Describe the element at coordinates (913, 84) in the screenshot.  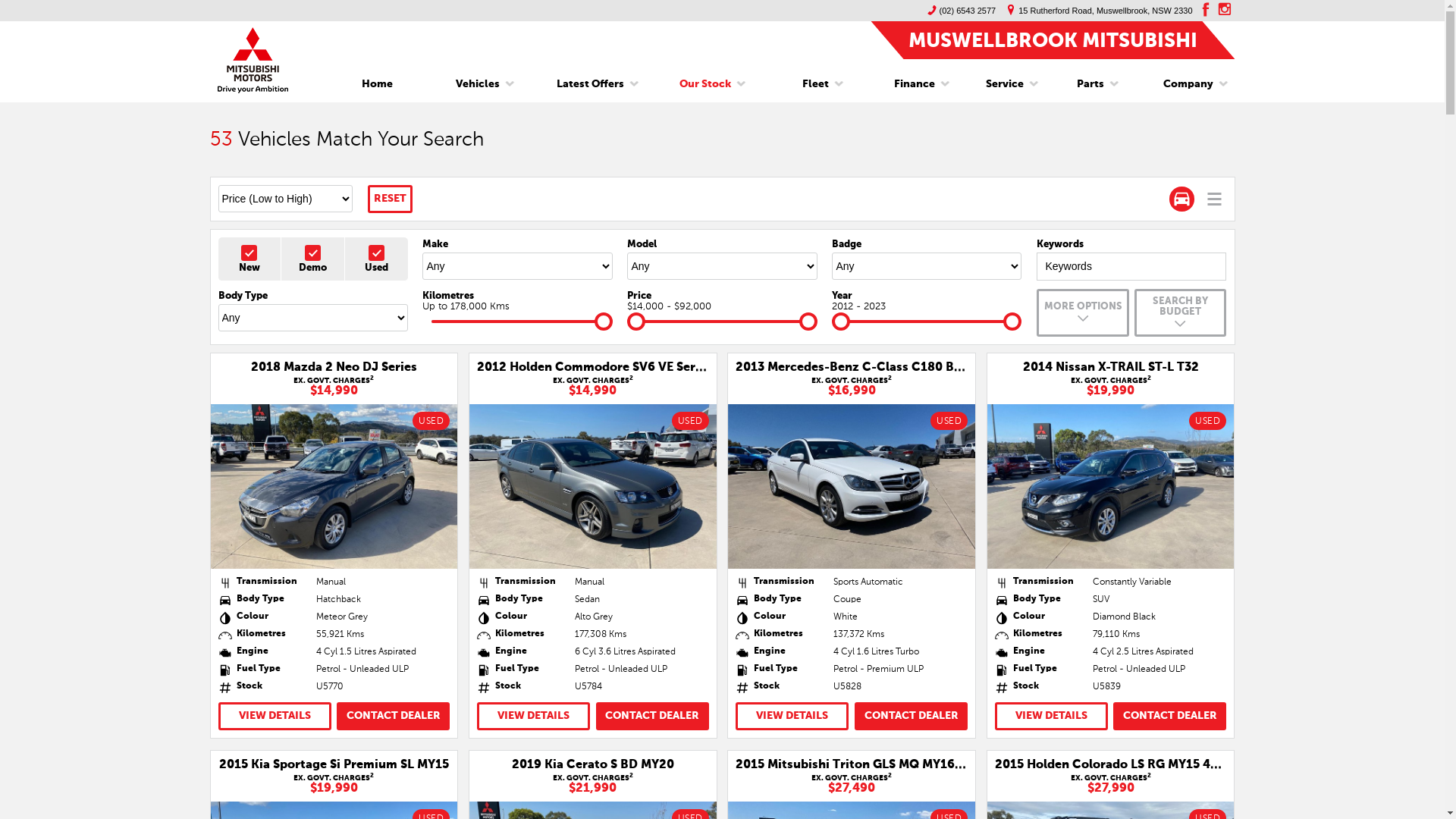
I see `'Finance'` at that location.